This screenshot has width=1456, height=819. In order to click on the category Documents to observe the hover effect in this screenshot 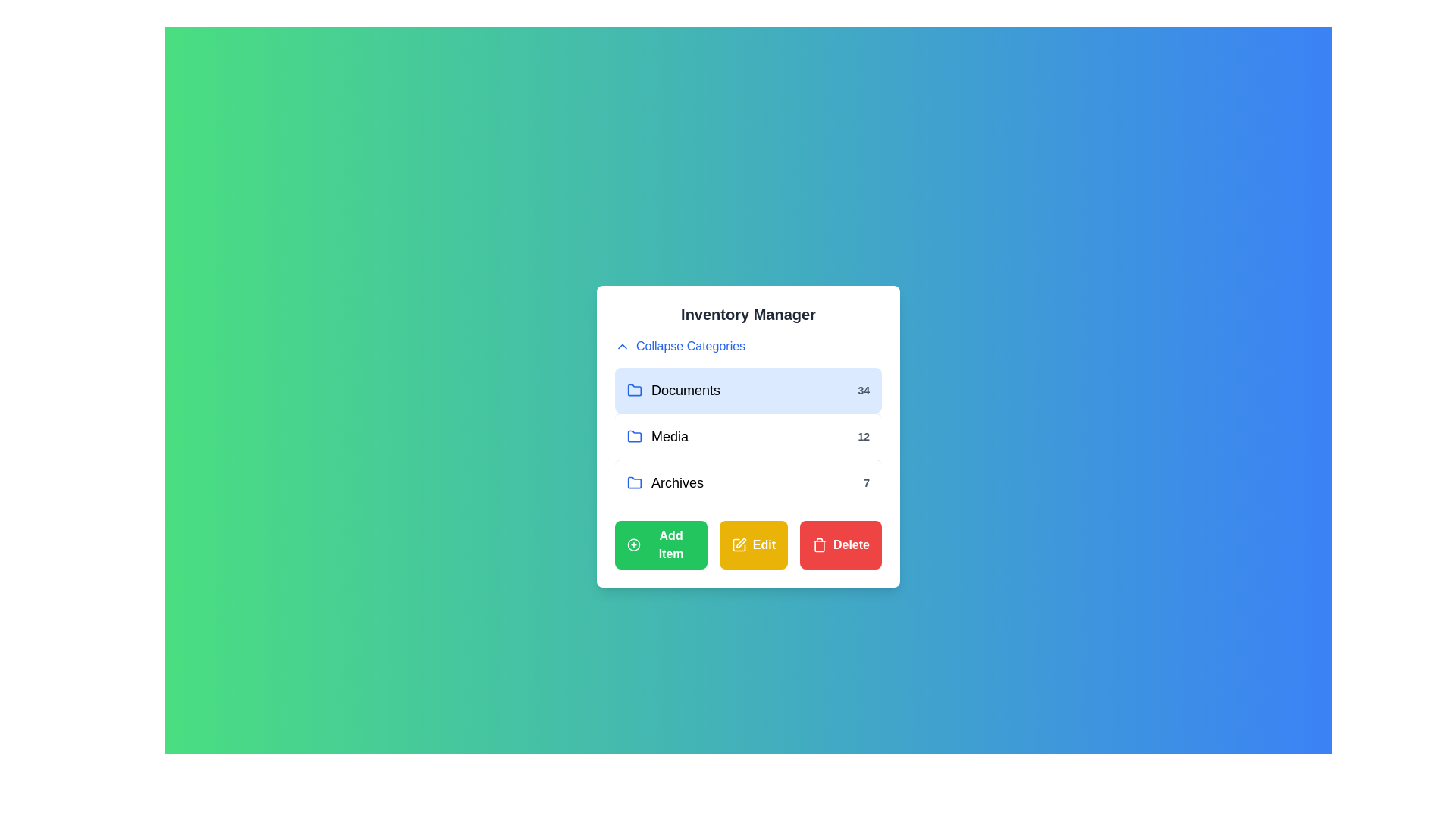, I will do `click(748, 390)`.